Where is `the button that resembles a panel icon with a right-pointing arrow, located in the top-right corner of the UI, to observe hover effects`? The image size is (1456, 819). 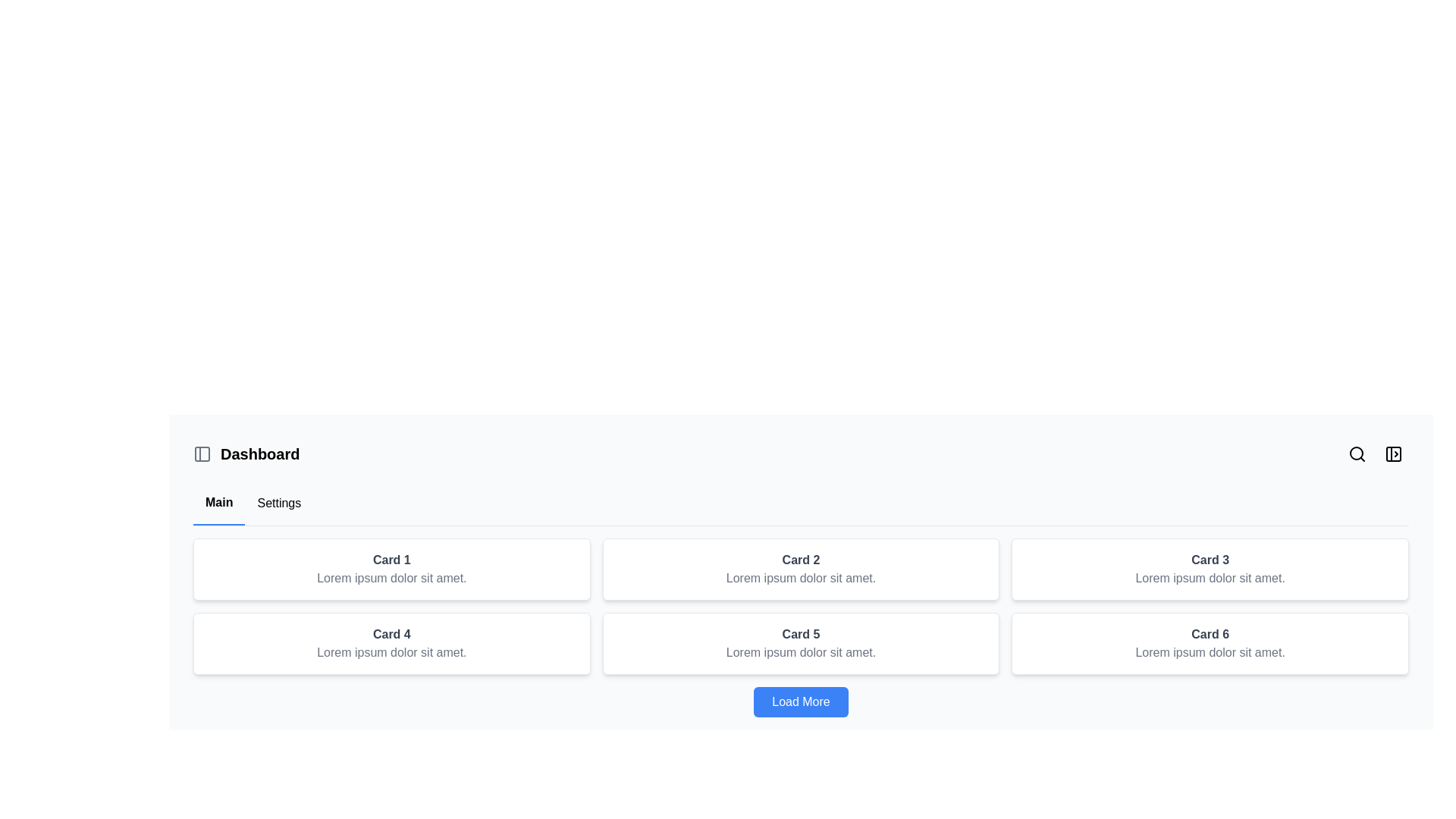 the button that resembles a panel icon with a right-pointing arrow, located in the top-right corner of the UI, to observe hover effects is located at coordinates (1394, 453).